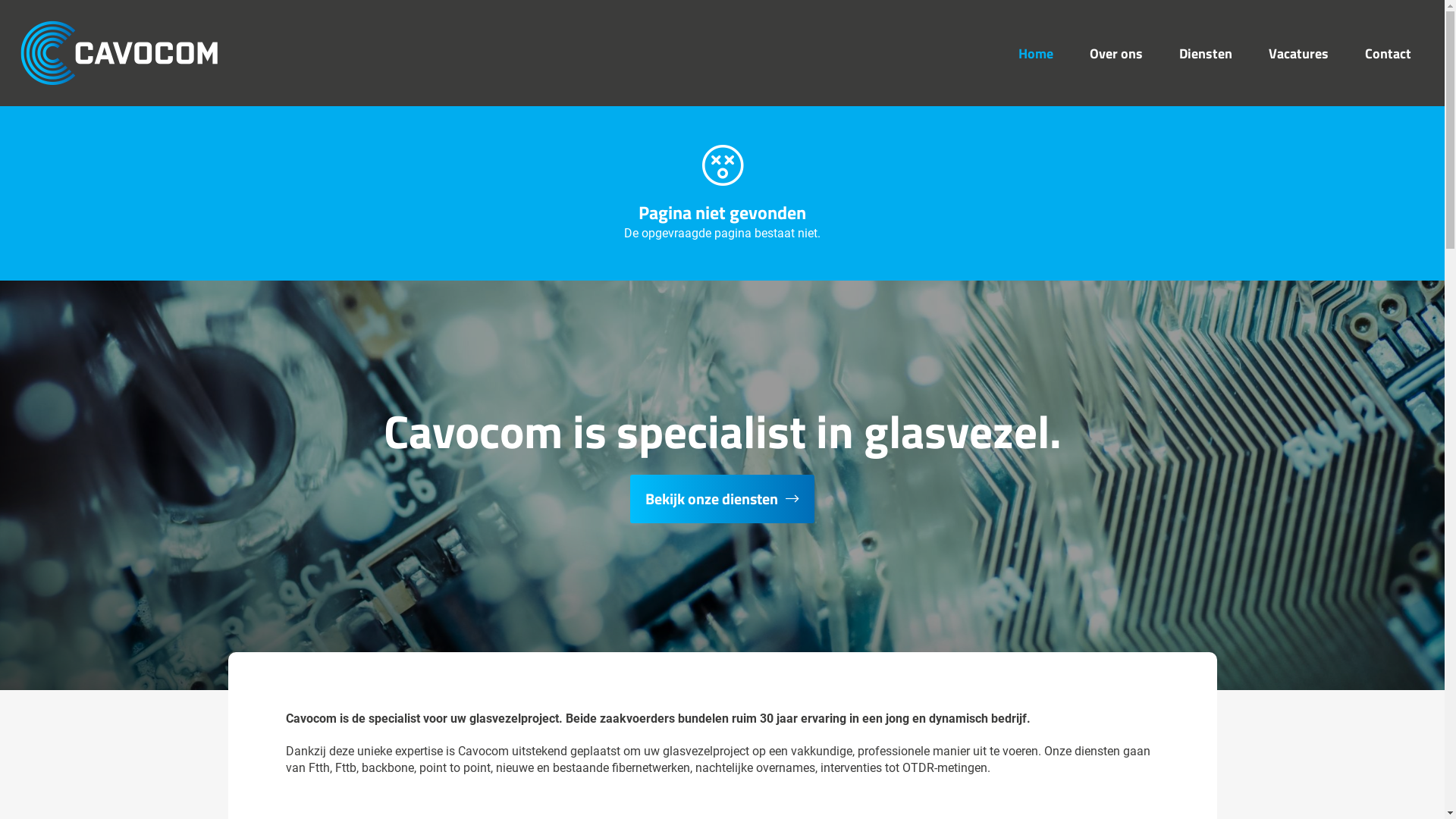 The height and width of the screenshot is (819, 1456). I want to click on 'Over ons', so click(1116, 52).